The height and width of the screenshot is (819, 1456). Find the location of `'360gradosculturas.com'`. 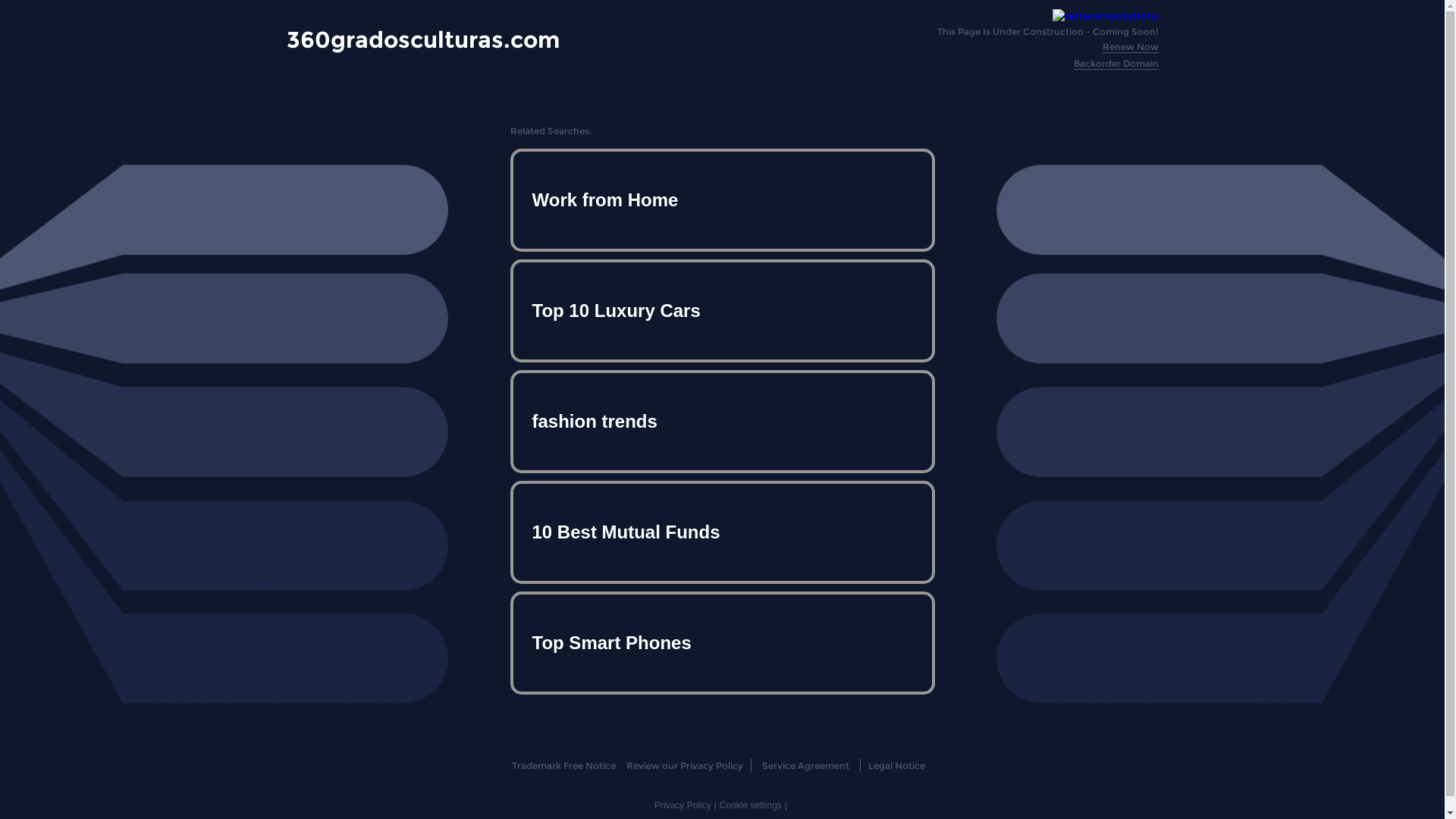

'360gradosculturas.com' is located at coordinates (422, 39).